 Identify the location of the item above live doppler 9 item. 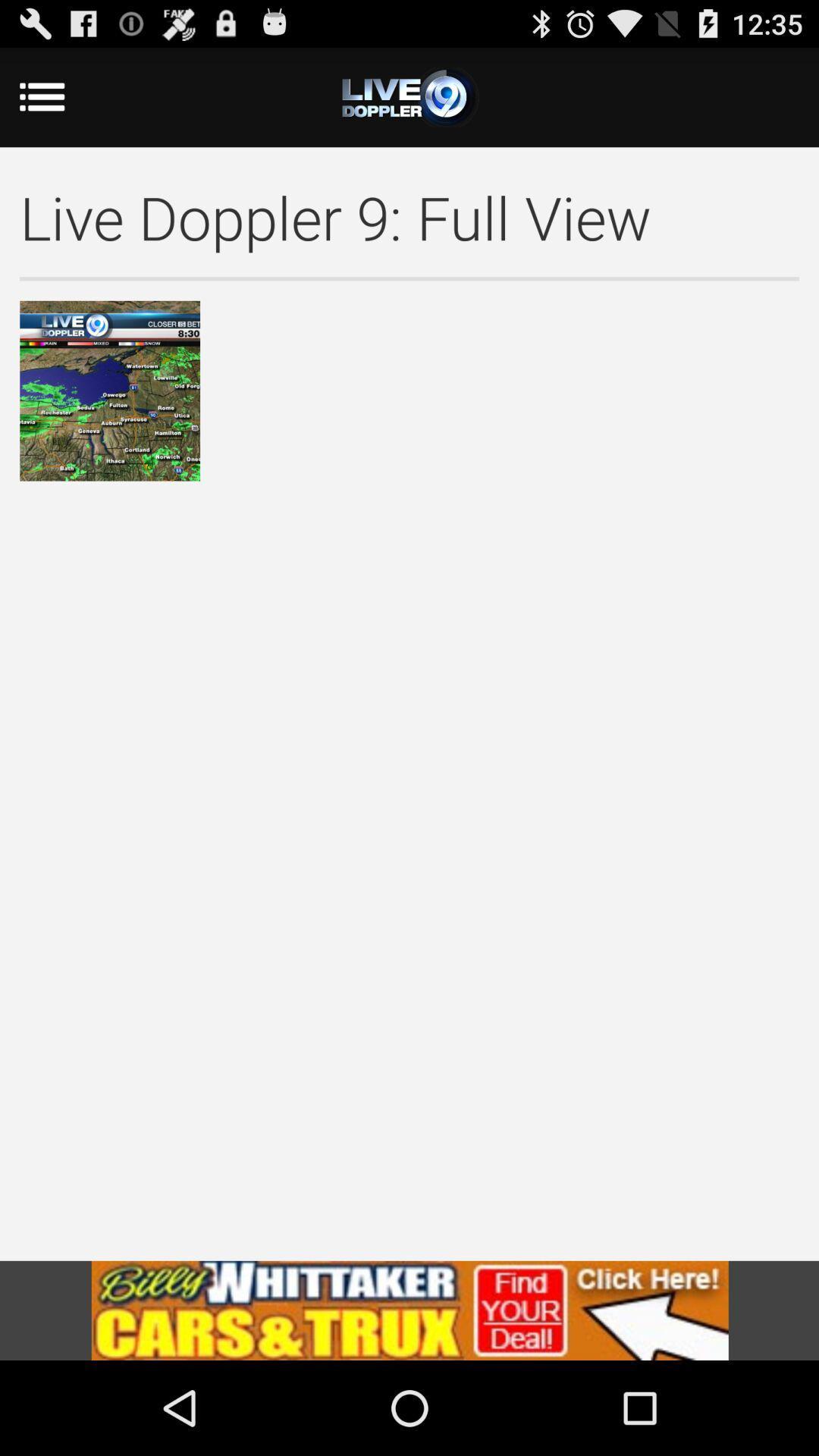
(409, 96).